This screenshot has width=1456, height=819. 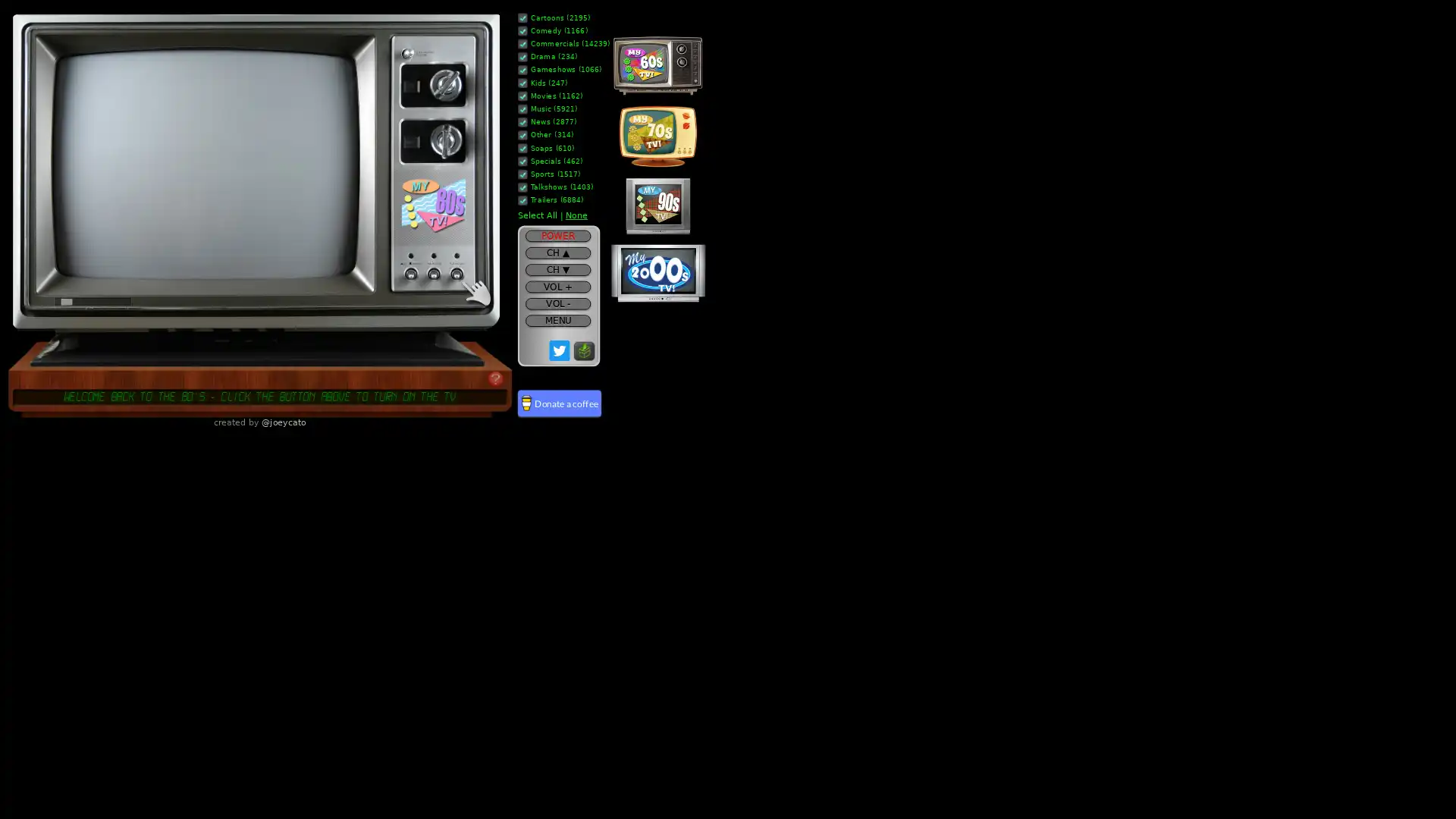 What do you see at coordinates (557, 287) in the screenshot?
I see `VOL +` at bounding box center [557, 287].